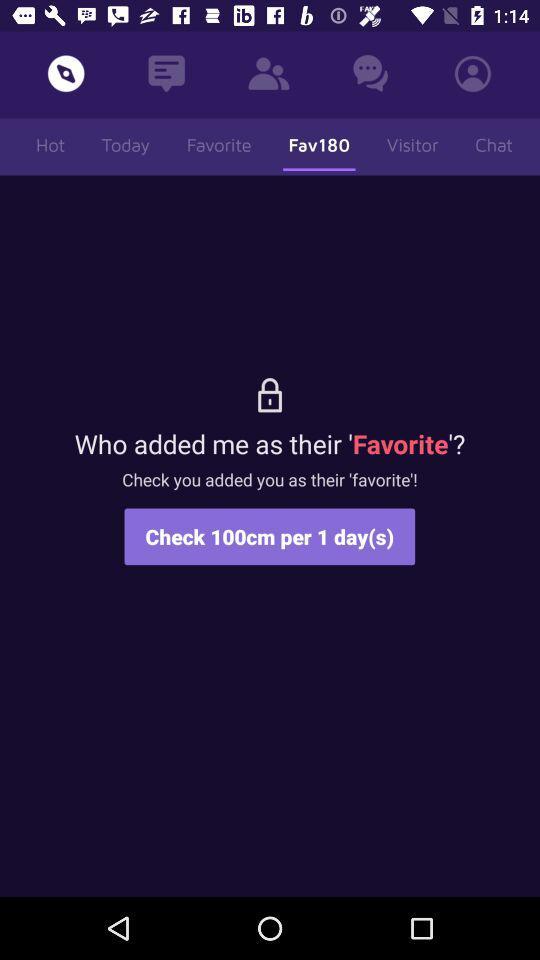  I want to click on check 100cm per, so click(269, 535).